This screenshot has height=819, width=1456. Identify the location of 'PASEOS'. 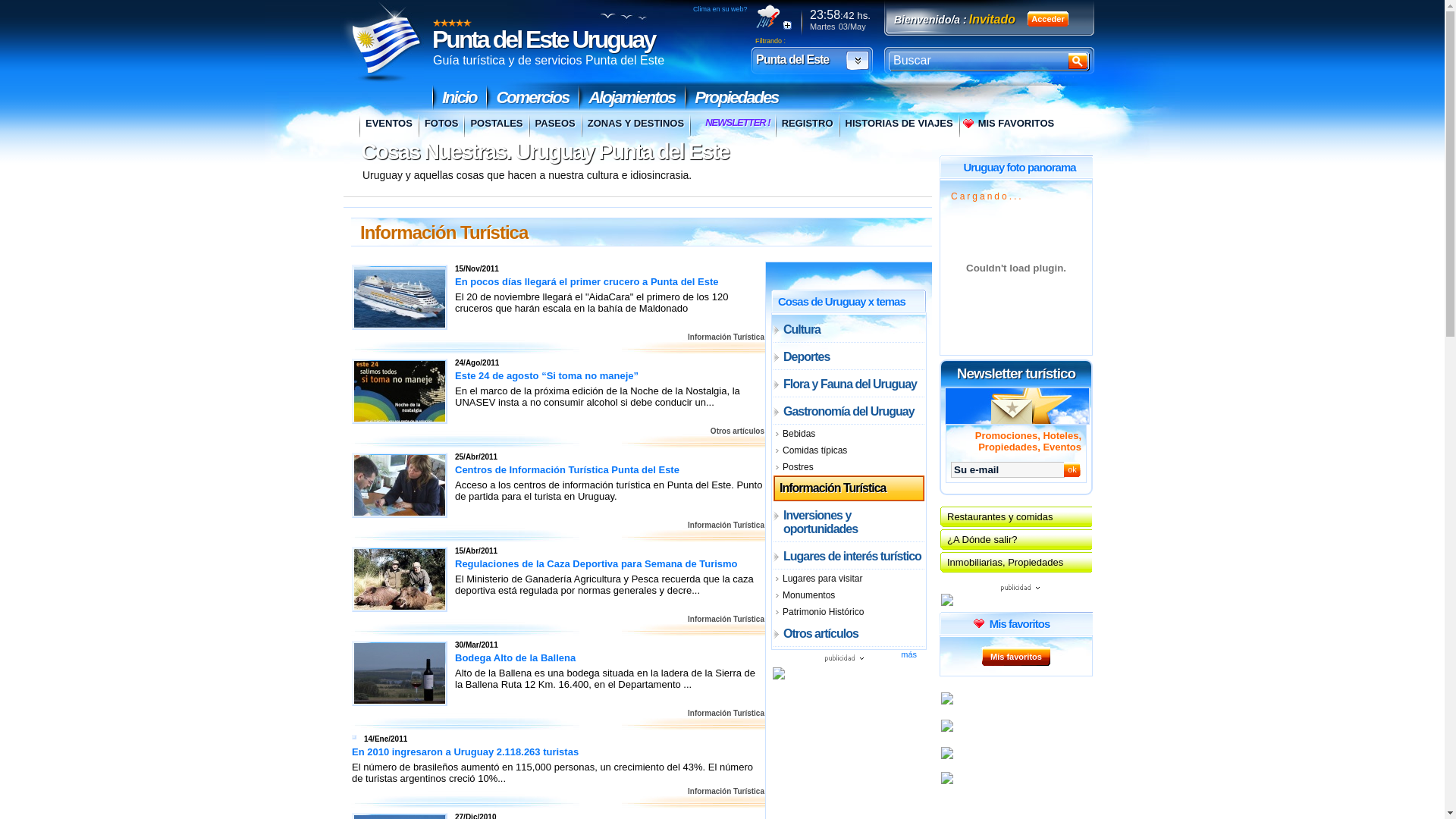
(554, 124).